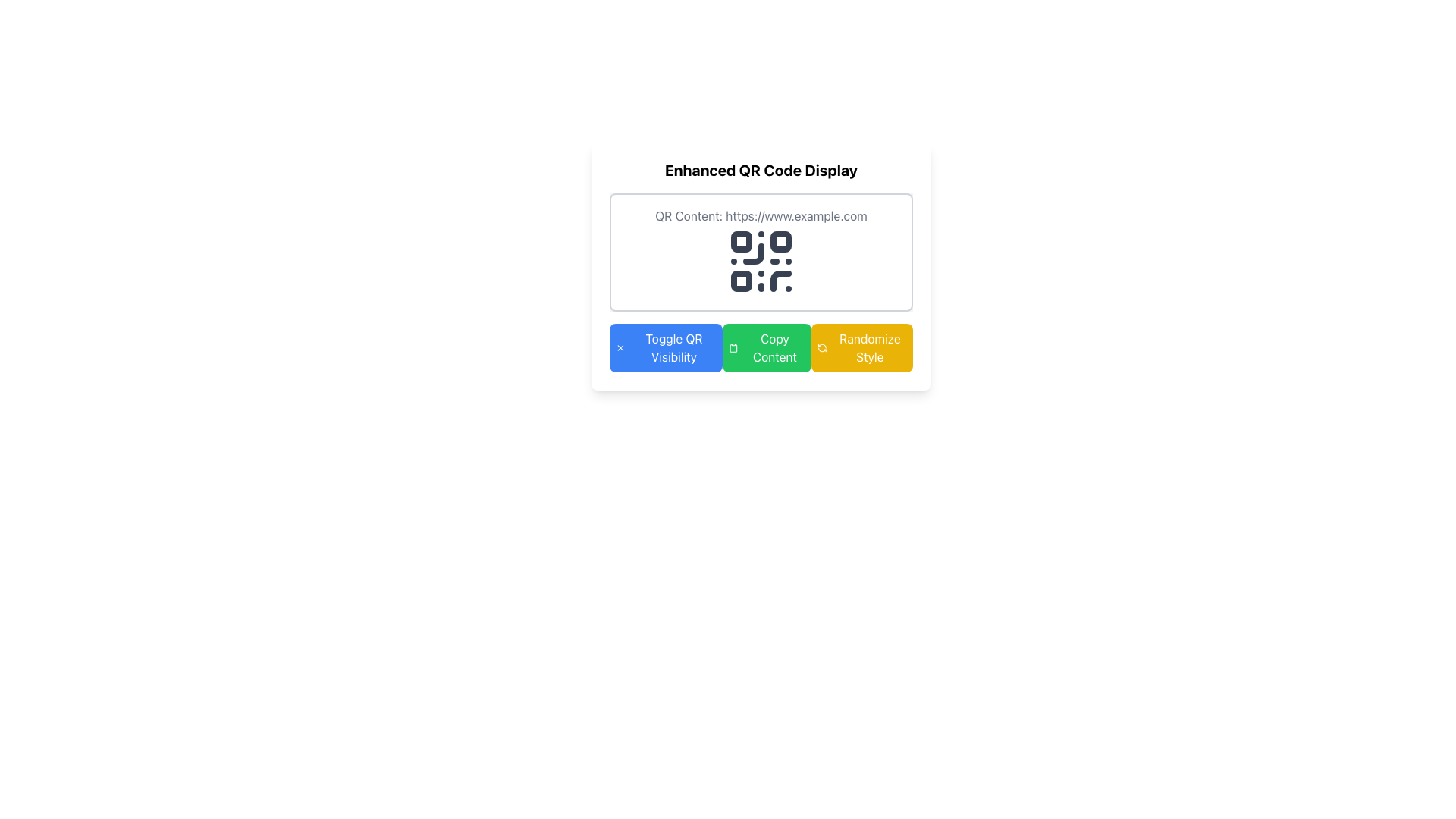 This screenshot has width=1456, height=819. What do you see at coordinates (761, 260) in the screenshot?
I see `visual layout of the QR Code element located below the text 'QR Content: https://www.example.com'` at bounding box center [761, 260].